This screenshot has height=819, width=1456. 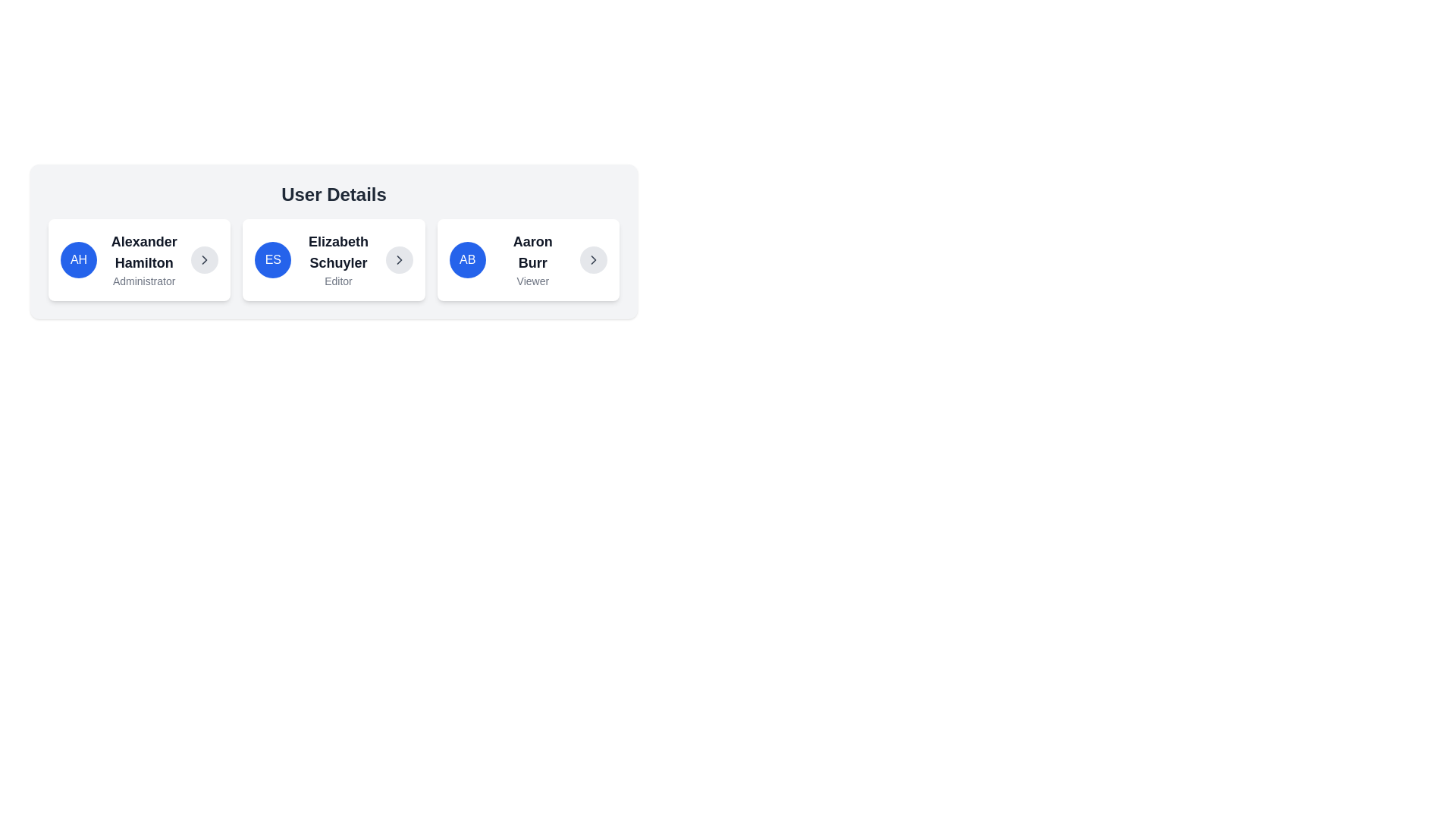 I want to click on the static text label that displays the name of the user in the middle user card of the 'User Details' section, so click(x=337, y=251).